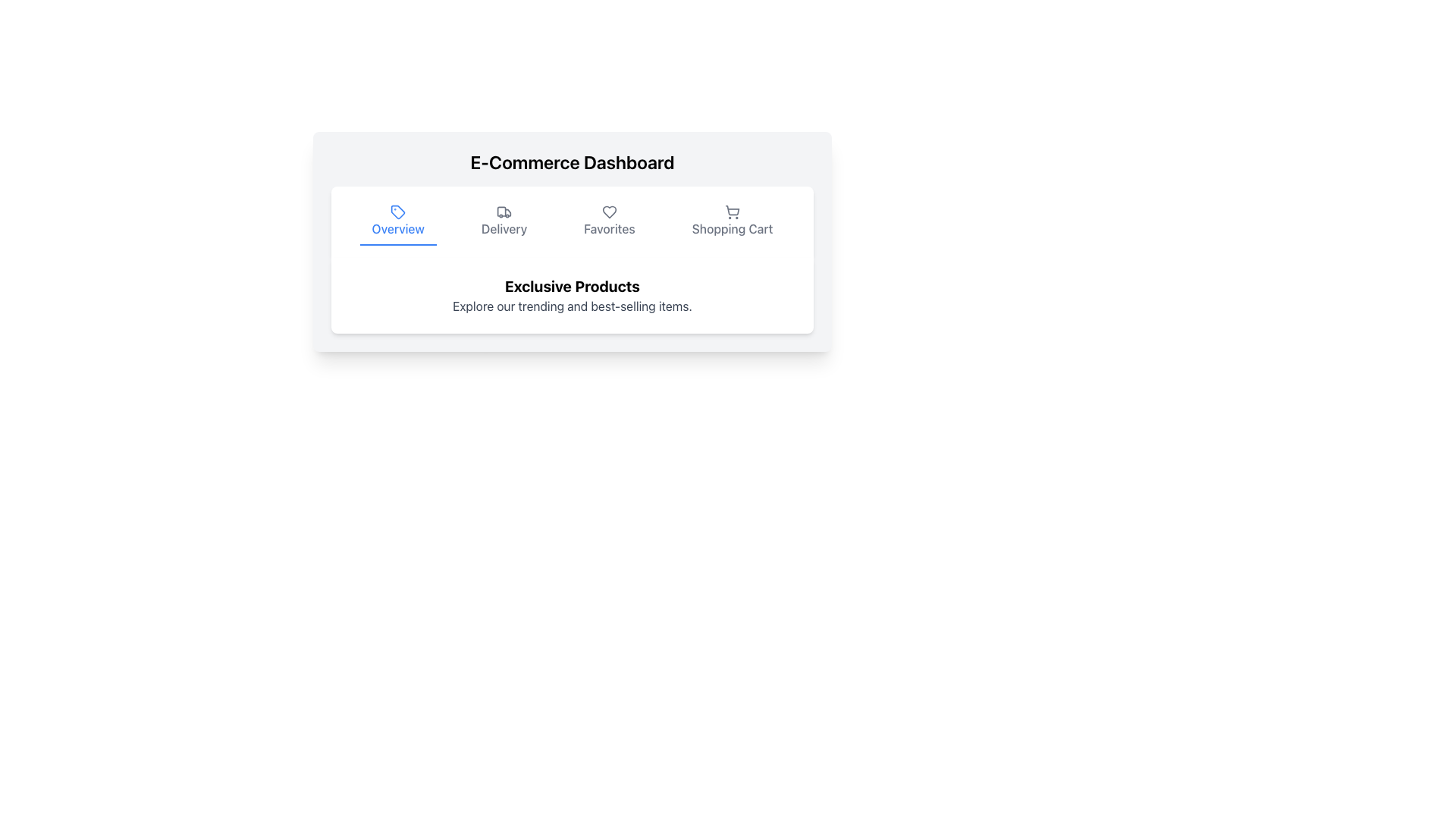  Describe the element at coordinates (398, 222) in the screenshot. I see `the Interactive navigation button labeled 'Overview' which is displayed in bold blue font with an icon above it` at that location.